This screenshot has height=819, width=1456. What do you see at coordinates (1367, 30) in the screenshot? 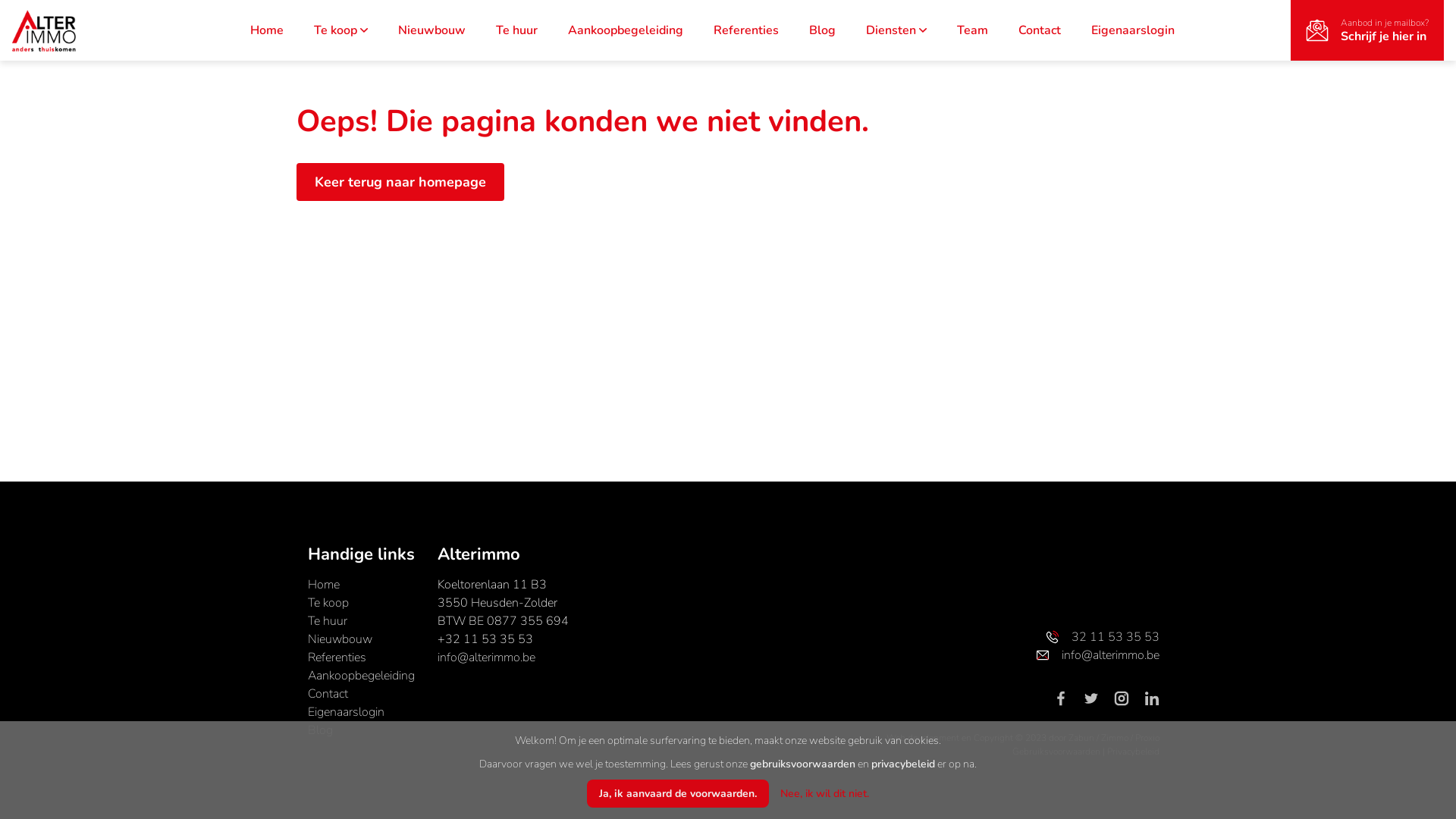
I see `'Aanbod in je mailbox?` at bounding box center [1367, 30].